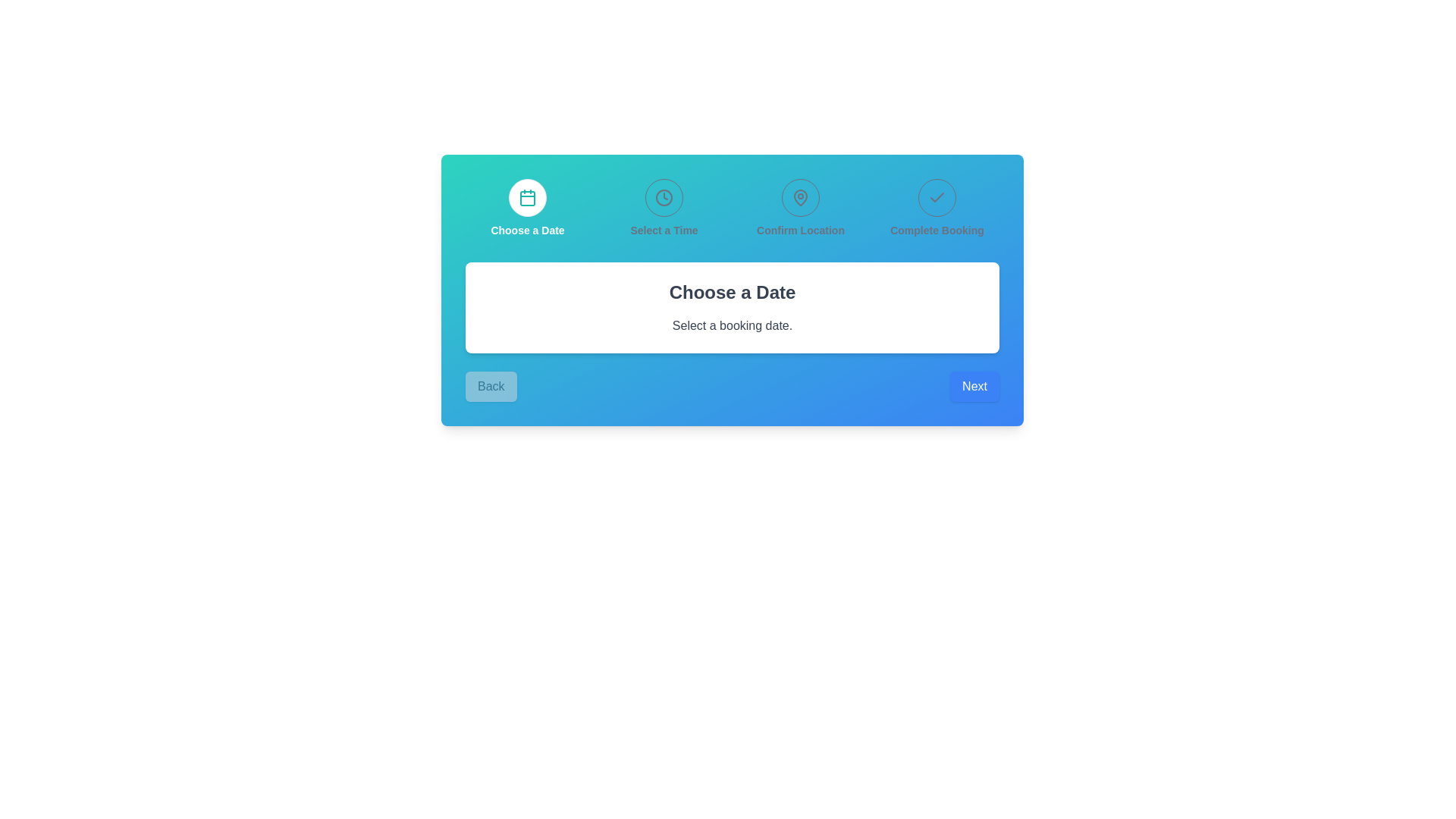 This screenshot has width=1456, height=819. Describe the element at coordinates (937, 208) in the screenshot. I see `the 'Complete Booking' step indicator, which is the fourth element in a horizontal group of booking steps located in the top-right section` at that location.